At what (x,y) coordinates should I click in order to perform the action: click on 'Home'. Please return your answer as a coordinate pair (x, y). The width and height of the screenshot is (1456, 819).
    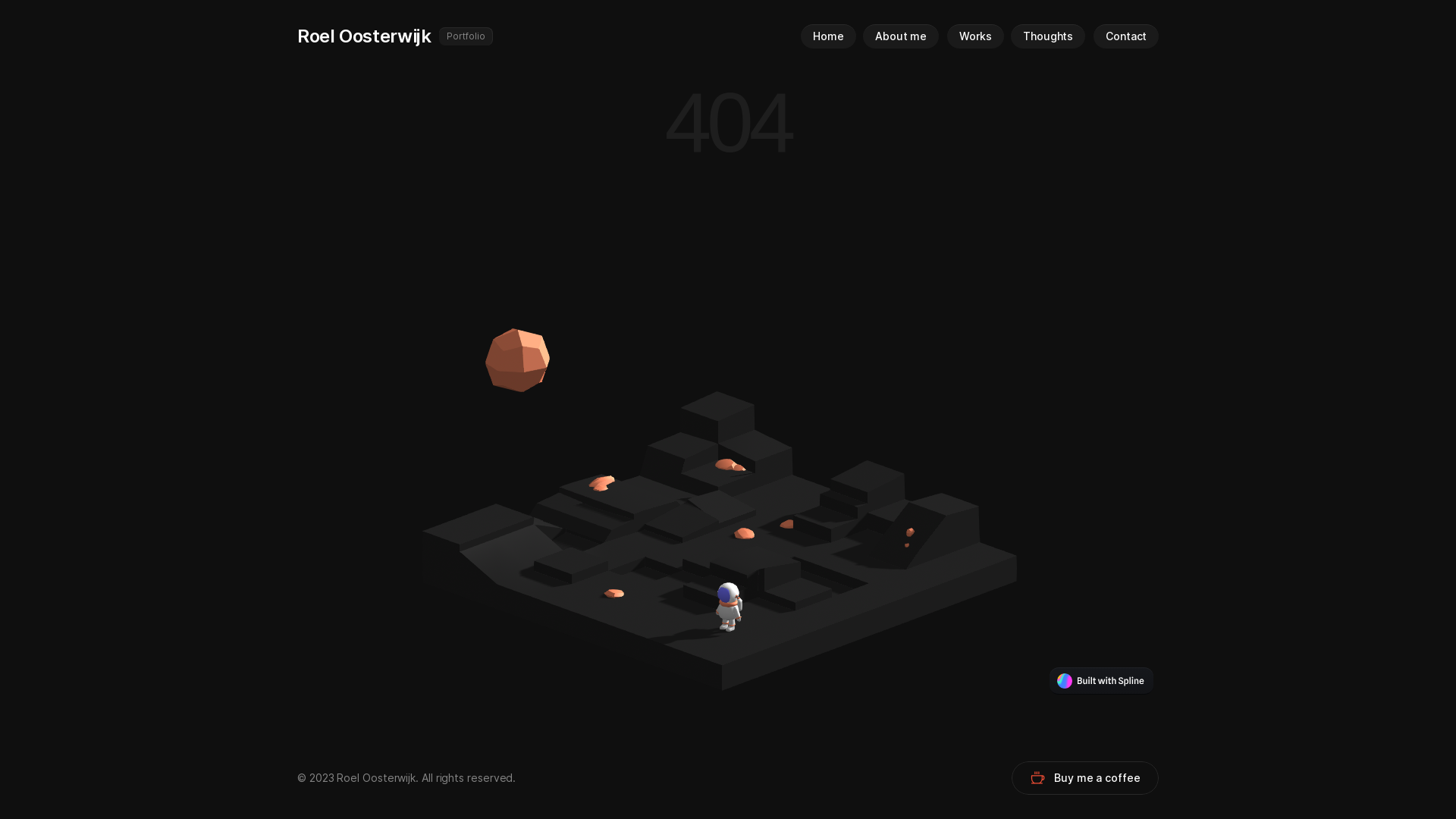
    Looking at the image, I should click on (800, 35).